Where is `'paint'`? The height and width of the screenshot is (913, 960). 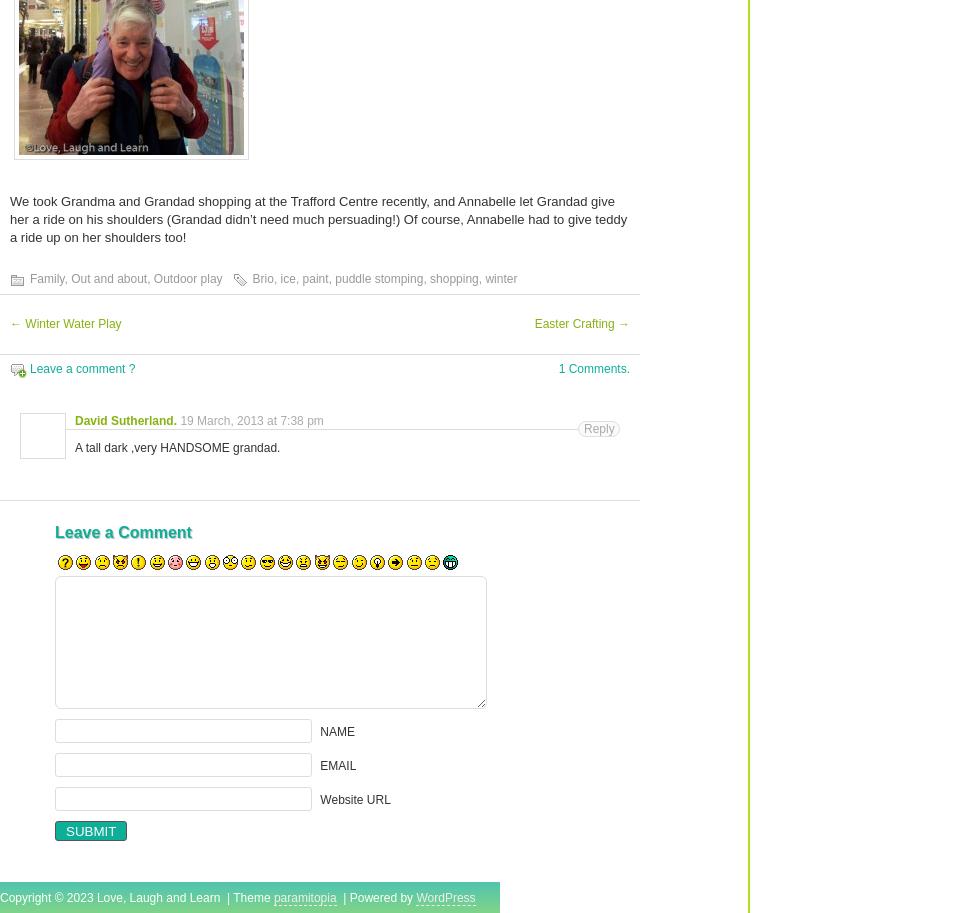 'paint' is located at coordinates (314, 279).